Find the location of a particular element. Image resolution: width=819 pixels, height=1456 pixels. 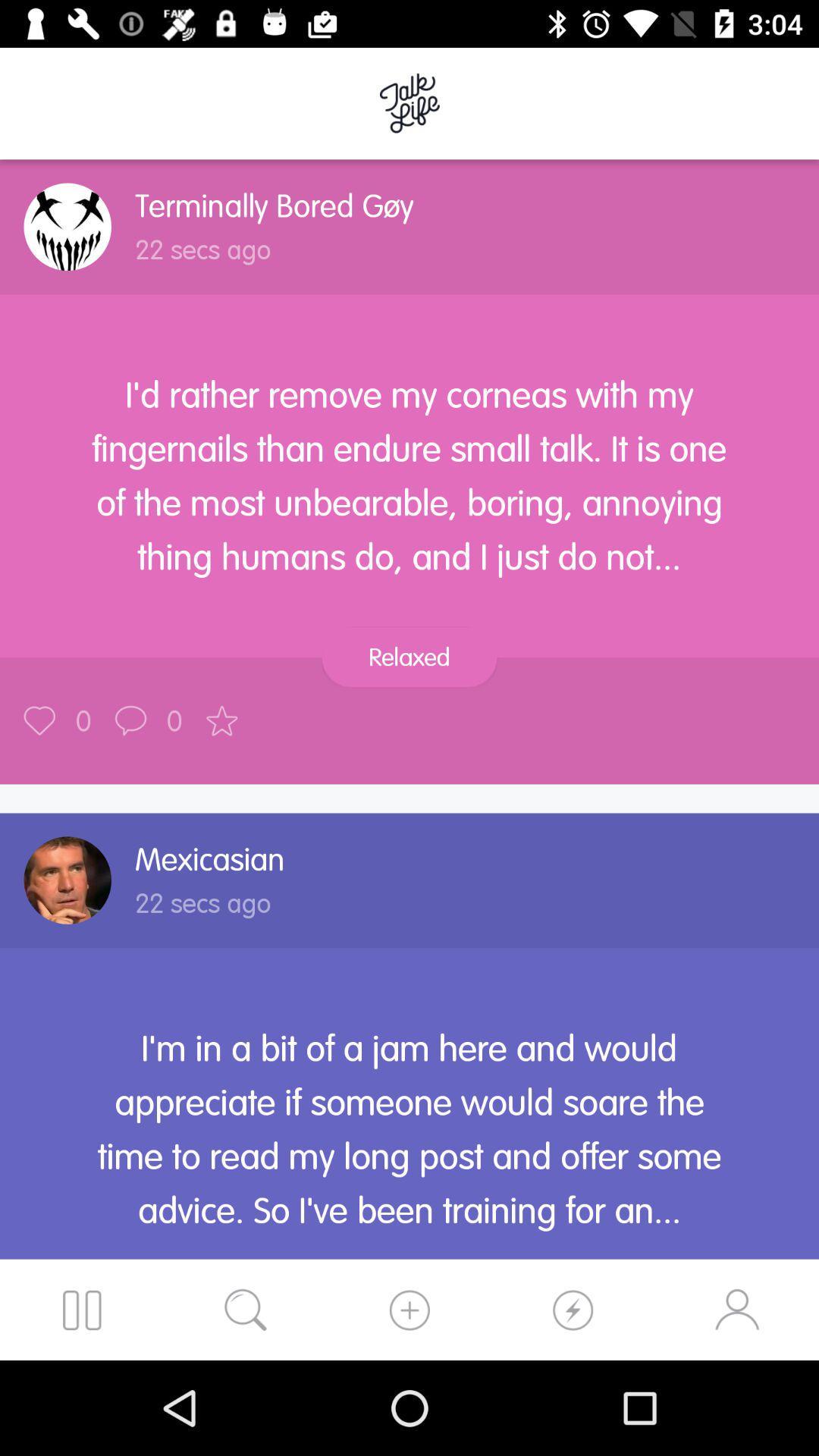

the post is located at coordinates (221, 720).